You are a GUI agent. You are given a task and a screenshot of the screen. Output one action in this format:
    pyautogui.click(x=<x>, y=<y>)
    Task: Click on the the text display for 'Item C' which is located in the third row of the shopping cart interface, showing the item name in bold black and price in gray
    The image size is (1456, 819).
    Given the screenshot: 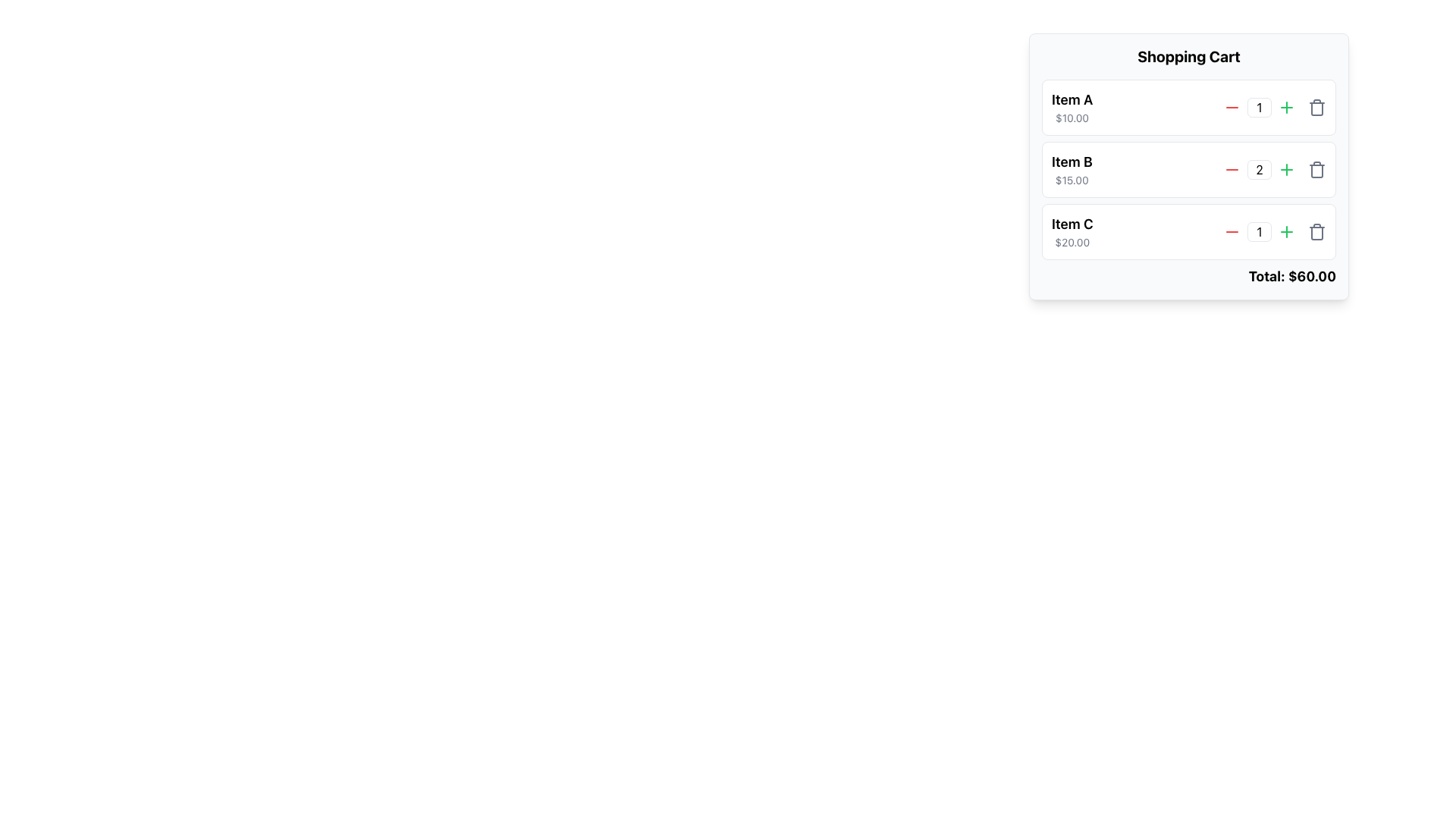 What is the action you would take?
    pyautogui.click(x=1072, y=231)
    